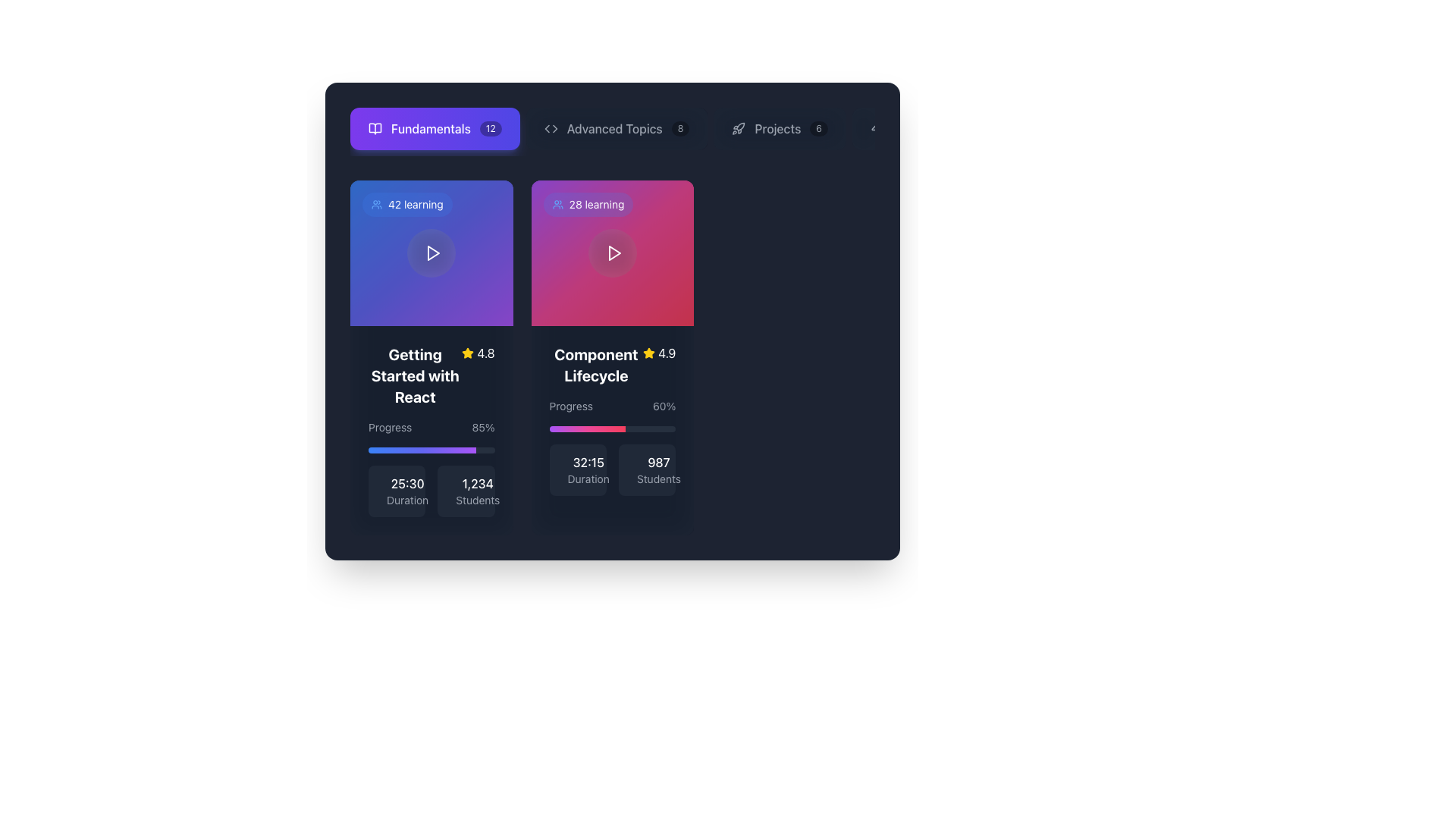 Image resolution: width=1456 pixels, height=819 pixels. What do you see at coordinates (658, 469) in the screenshot?
I see `the displayed number of students associated with the 'Component Lifecycle' module, which is shown in the text label located at the bottom right corner of the 'Component Lifecycle' card, next to the '32:15 Duration' text` at bounding box center [658, 469].